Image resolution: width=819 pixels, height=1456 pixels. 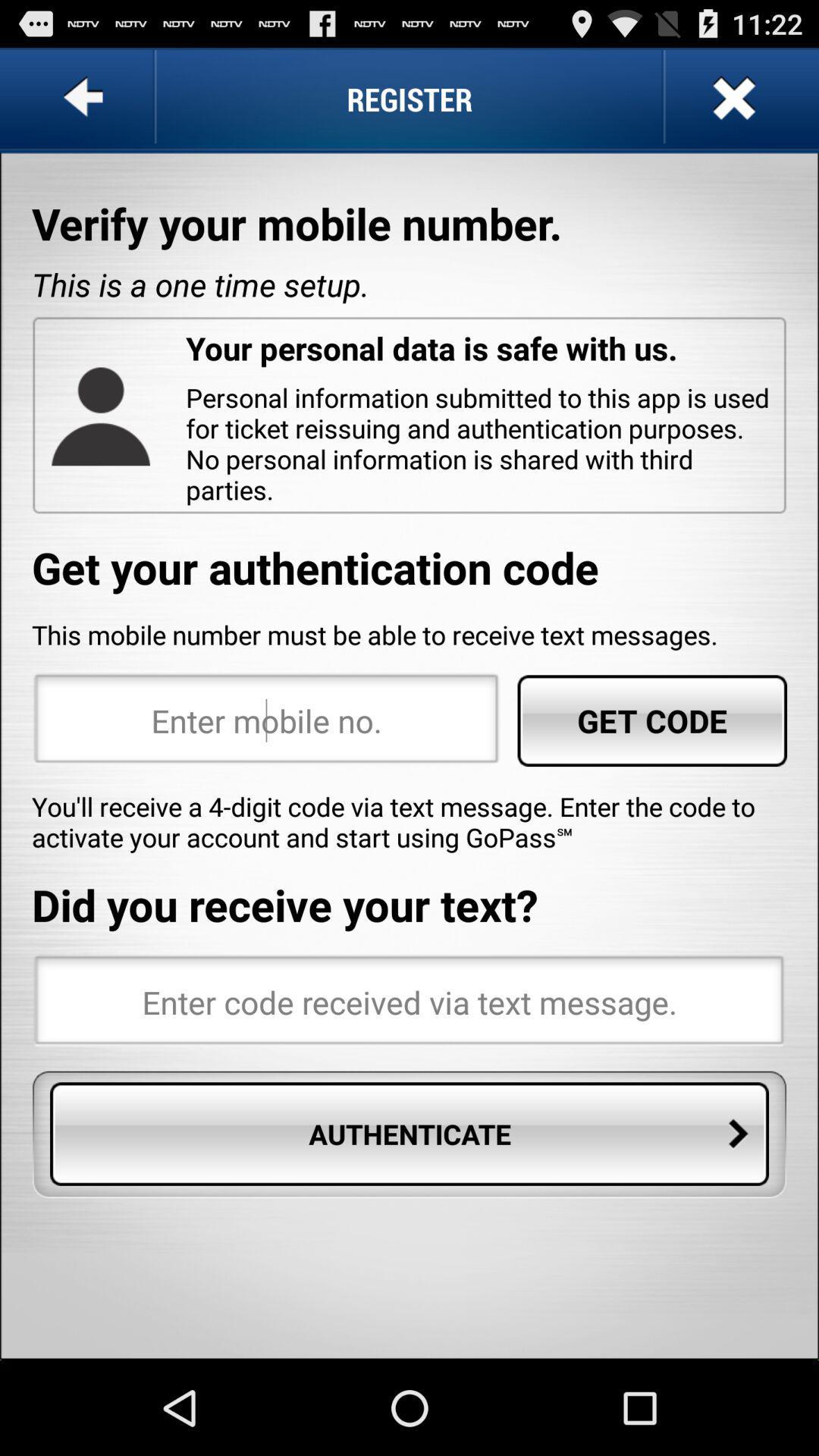 What do you see at coordinates (86, 98) in the screenshot?
I see `icon above verify your mobile` at bounding box center [86, 98].